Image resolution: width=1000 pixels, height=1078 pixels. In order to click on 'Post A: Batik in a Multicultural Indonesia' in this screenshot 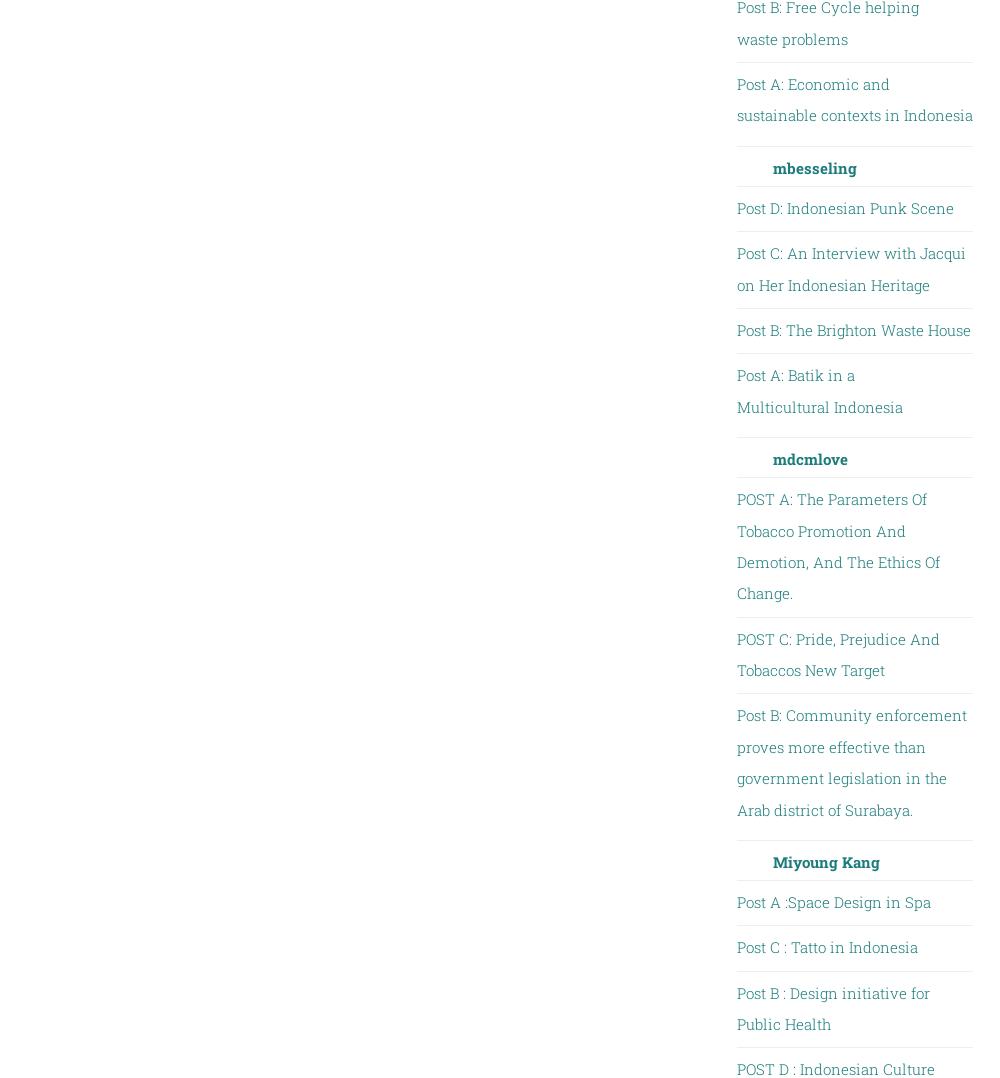, I will do `click(818, 389)`.